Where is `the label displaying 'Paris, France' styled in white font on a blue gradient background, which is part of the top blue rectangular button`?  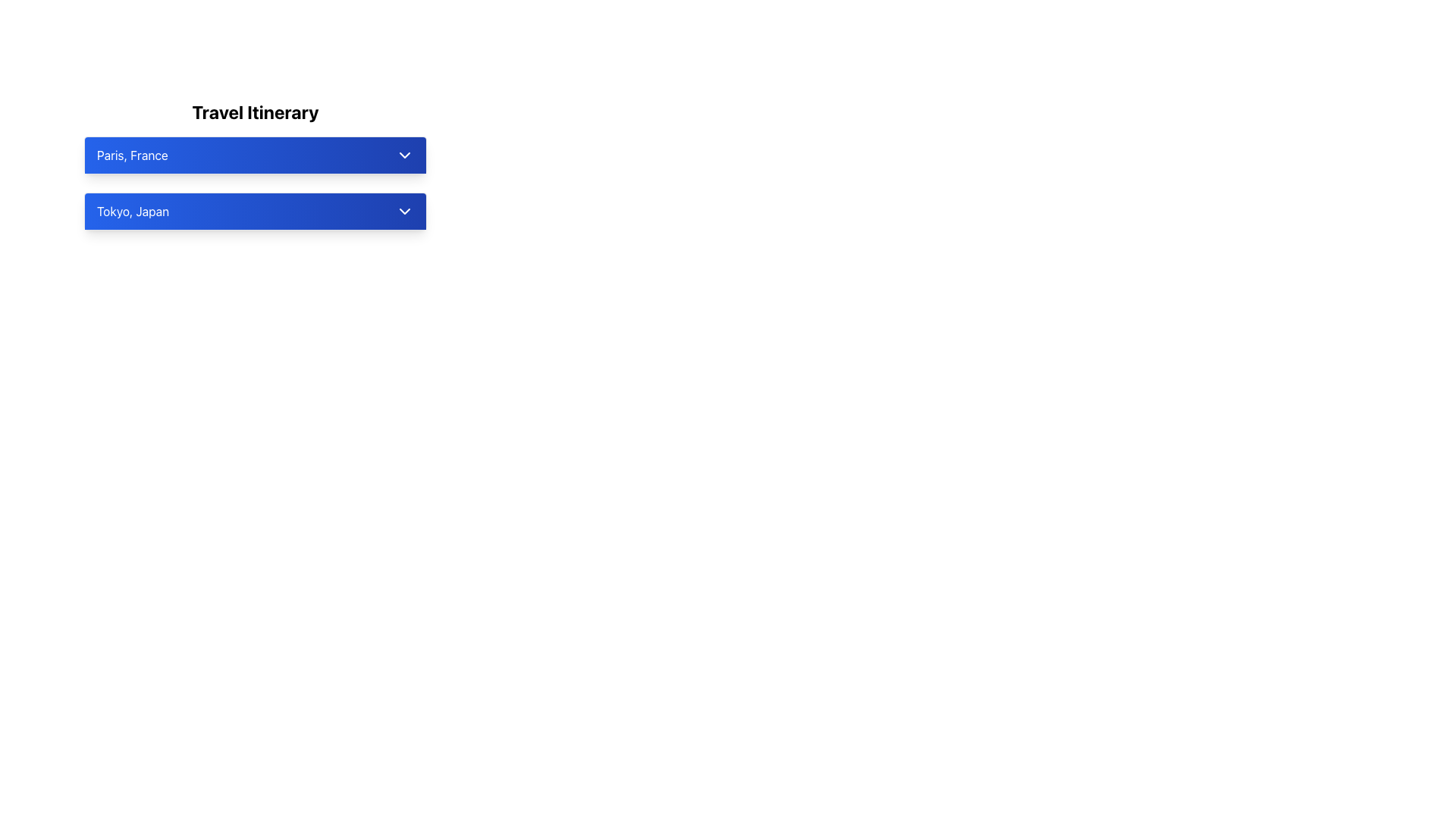 the label displaying 'Paris, France' styled in white font on a blue gradient background, which is part of the top blue rectangular button is located at coordinates (132, 155).